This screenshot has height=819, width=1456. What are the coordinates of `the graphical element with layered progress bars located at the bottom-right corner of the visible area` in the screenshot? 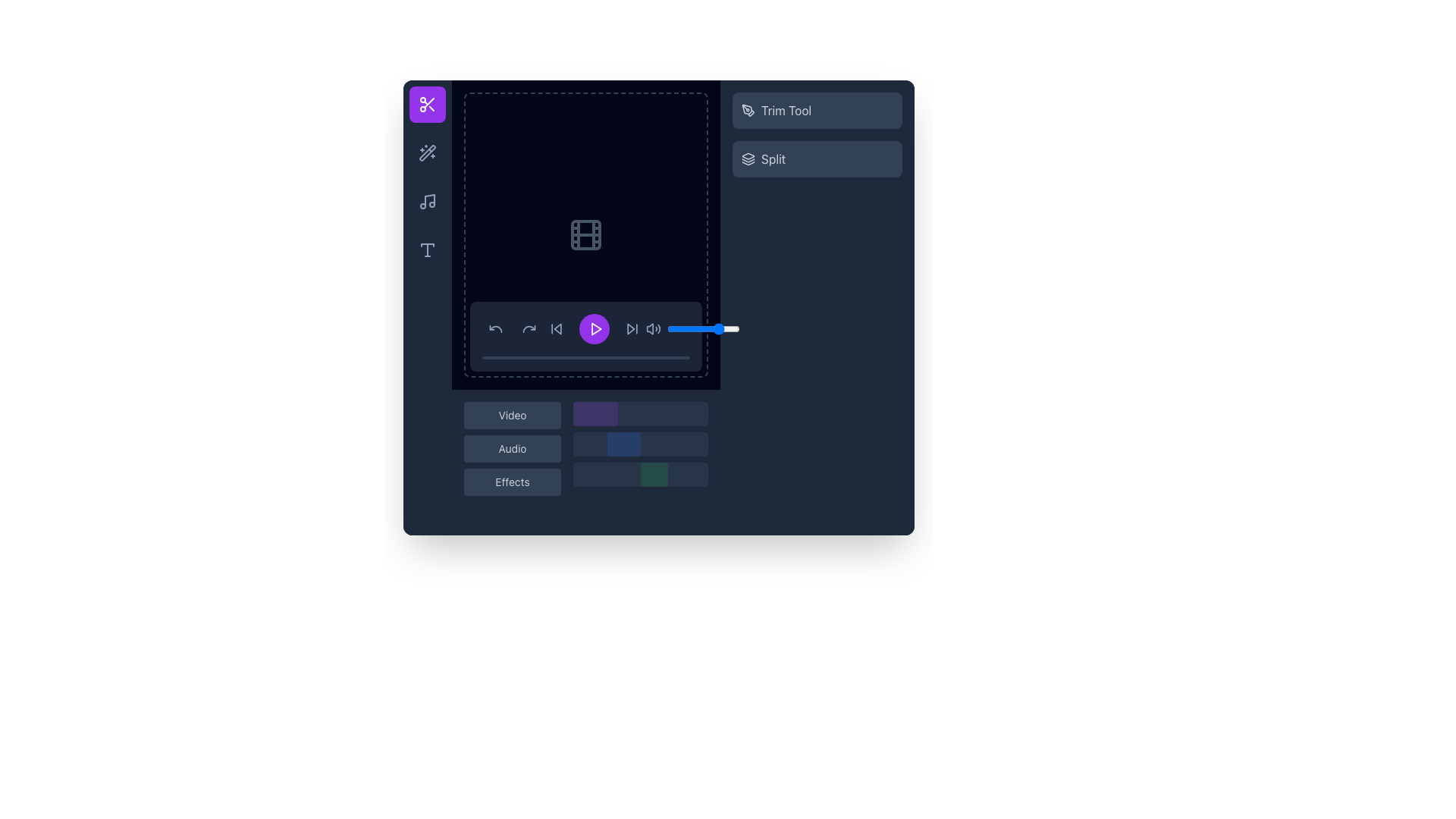 It's located at (640, 447).